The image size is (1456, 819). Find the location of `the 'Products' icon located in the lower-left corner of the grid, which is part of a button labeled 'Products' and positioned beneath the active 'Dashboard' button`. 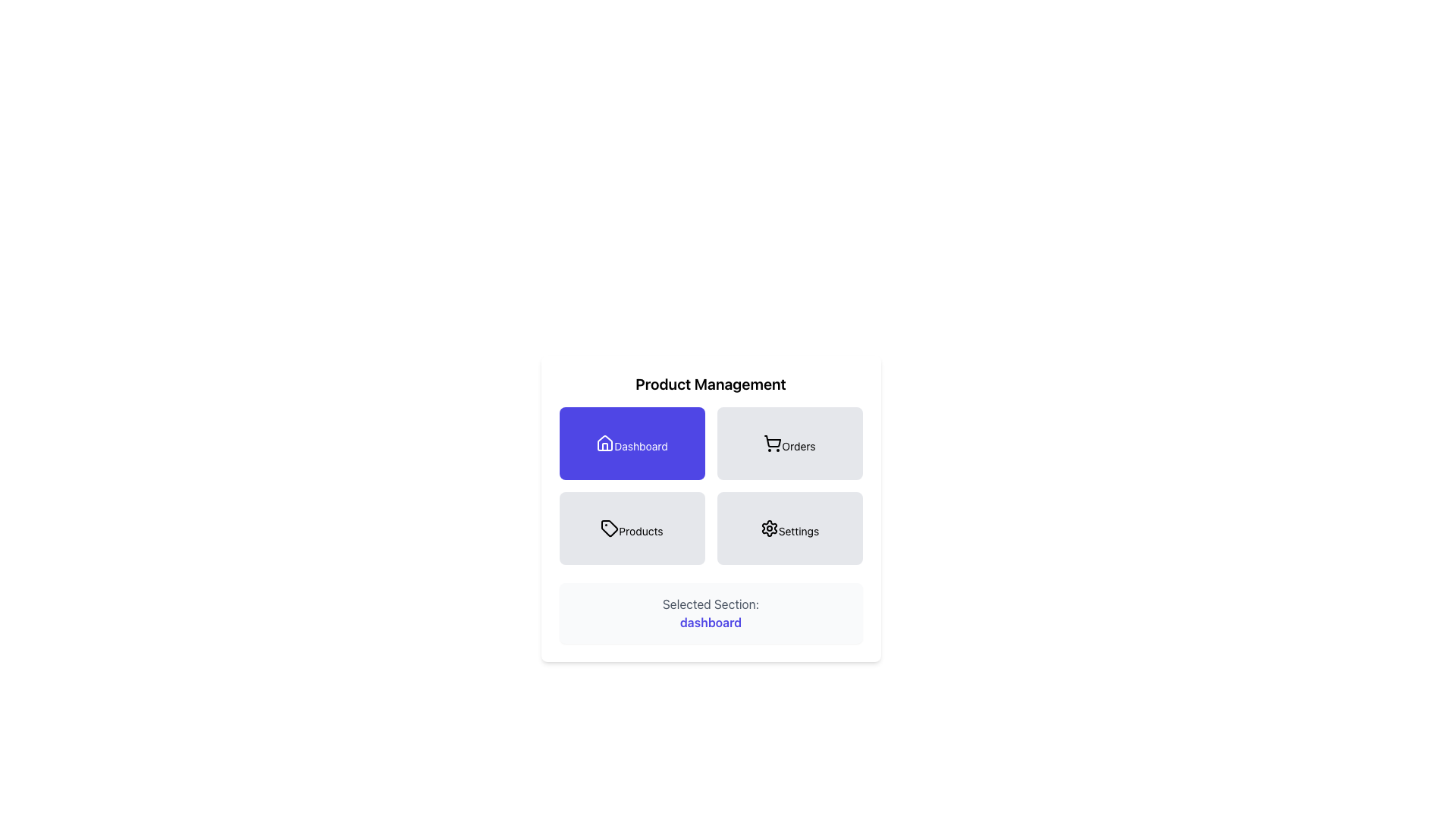

the 'Products' icon located in the lower-left corner of the grid, which is part of a button labeled 'Products' and positioned beneath the active 'Dashboard' button is located at coordinates (610, 528).